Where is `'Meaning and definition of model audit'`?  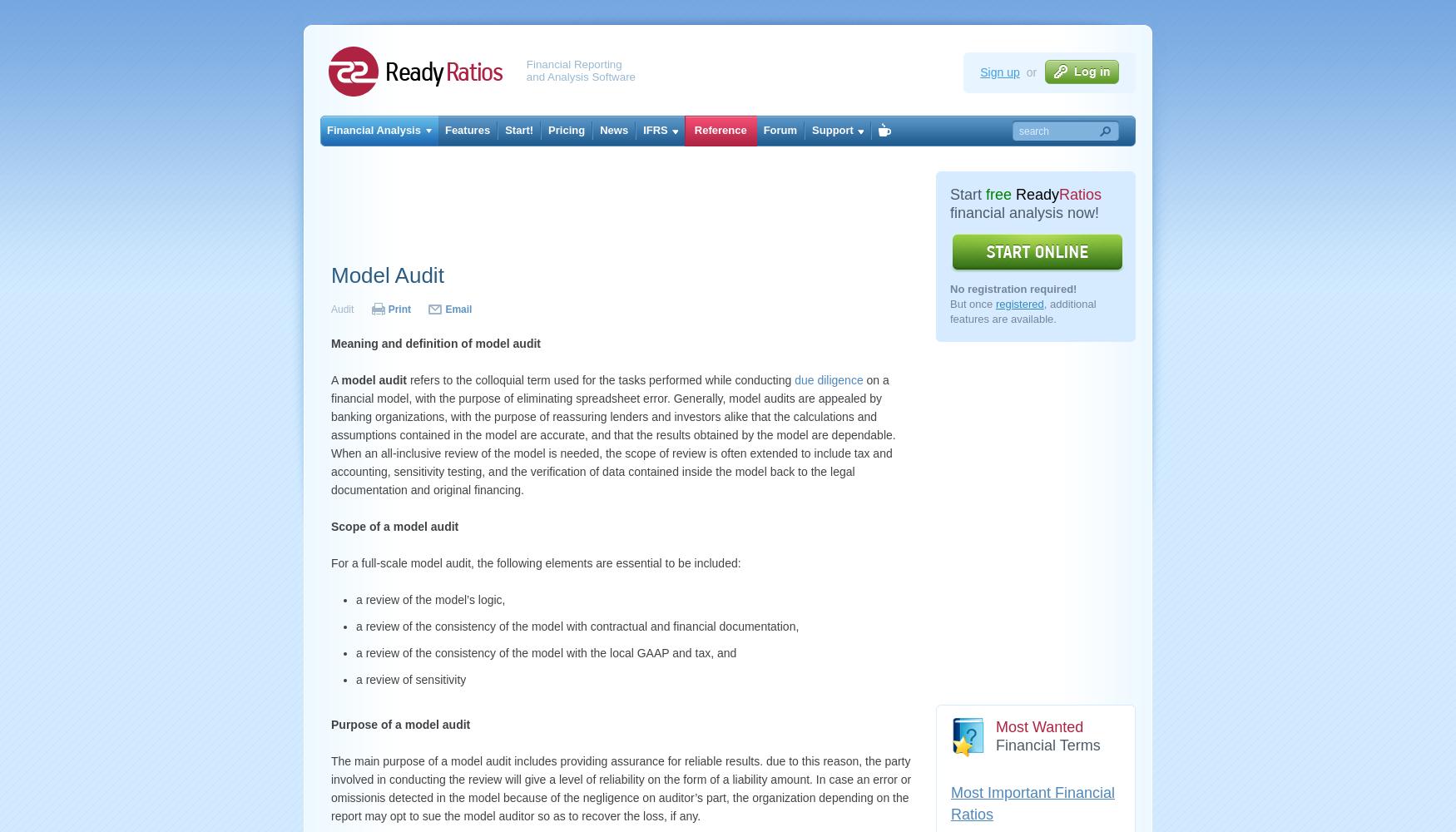 'Meaning and definition of model audit' is located at coordinates (434, 344).